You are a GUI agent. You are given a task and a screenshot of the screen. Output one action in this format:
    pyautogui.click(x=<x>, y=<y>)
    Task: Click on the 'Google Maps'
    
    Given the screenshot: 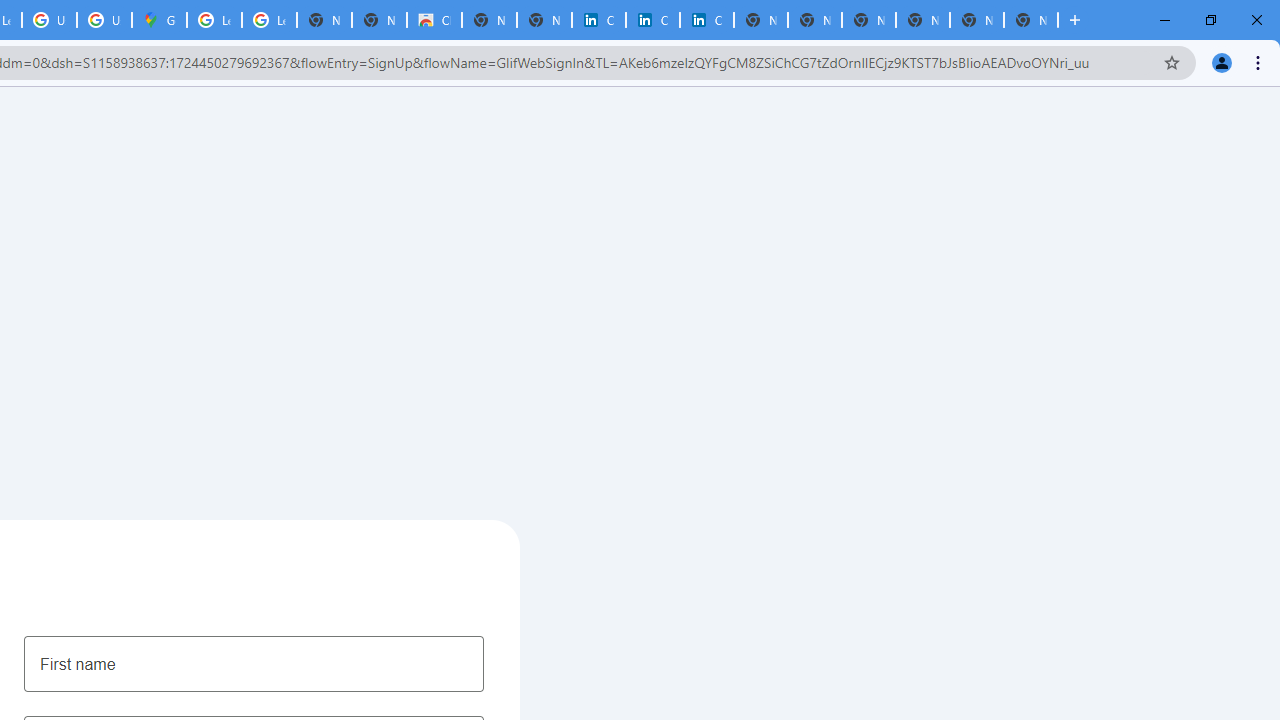 What is the action you would take?
    pyautogui.click(x=158, y=20)
    